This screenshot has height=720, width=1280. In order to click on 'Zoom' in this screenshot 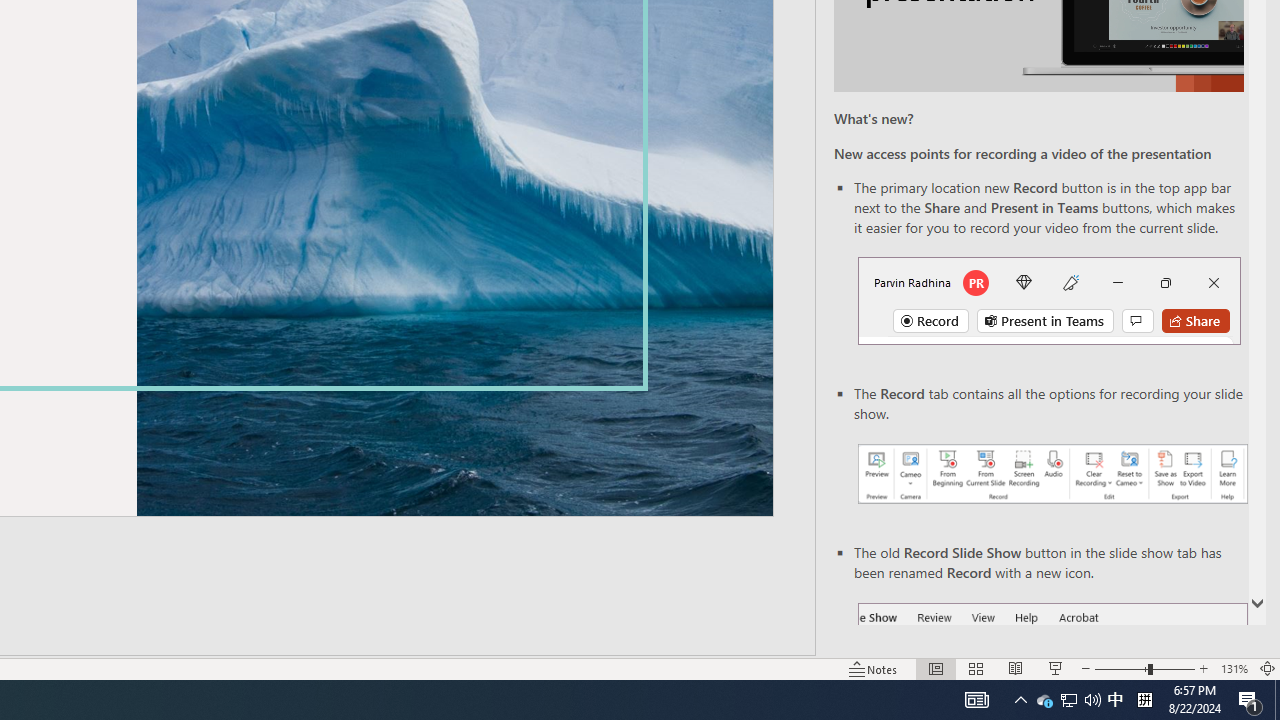, I will do `click(1144, 669)`.